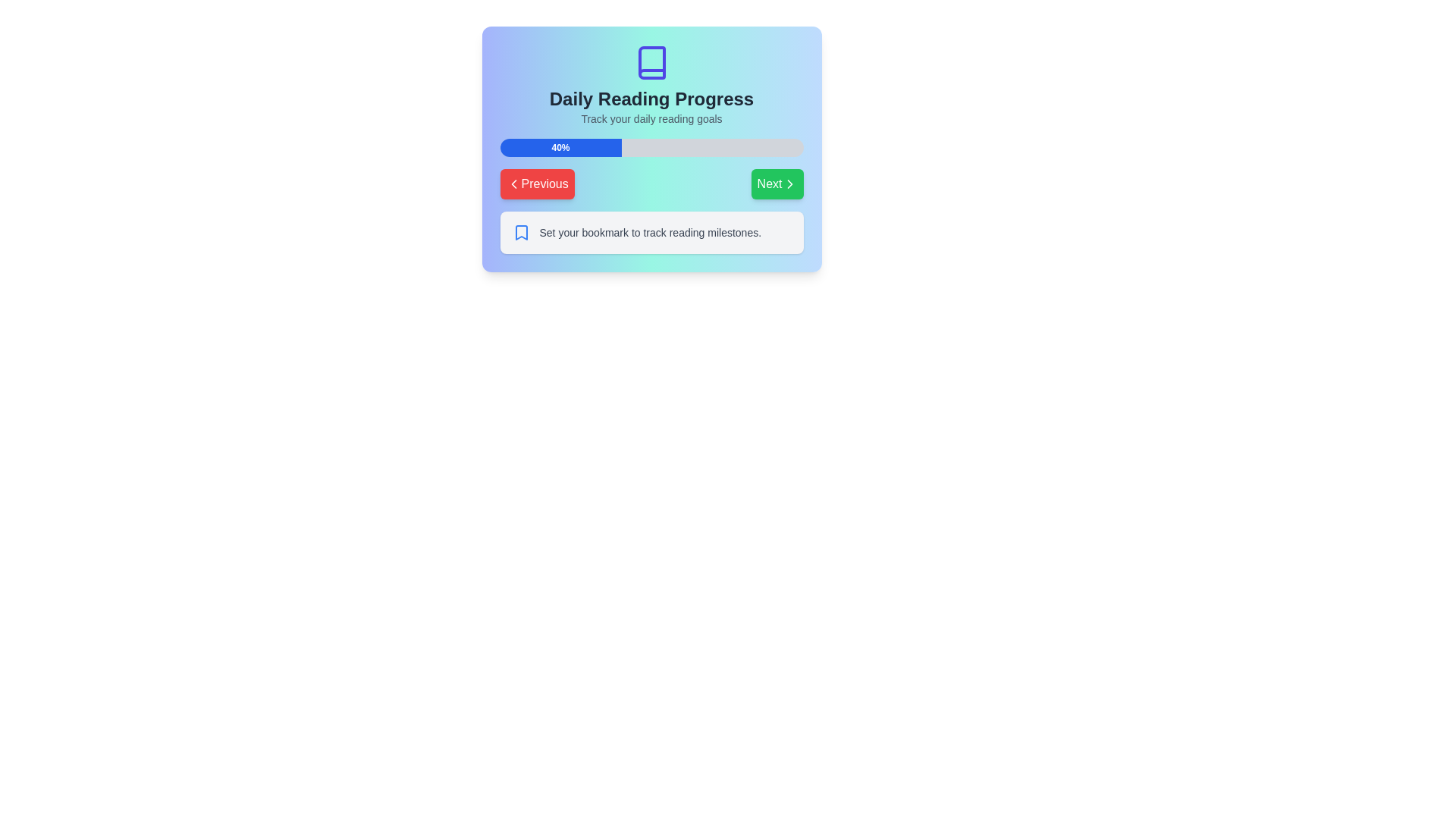  What do you see at coordinates (521, 233) in the screenshot?
I see `the bookmarking icon located to the left of the text in the 'Set your bookmark to track reading milestones.' section, which is the only icon in its immediate vicinity` at bounding box center [521, 233].